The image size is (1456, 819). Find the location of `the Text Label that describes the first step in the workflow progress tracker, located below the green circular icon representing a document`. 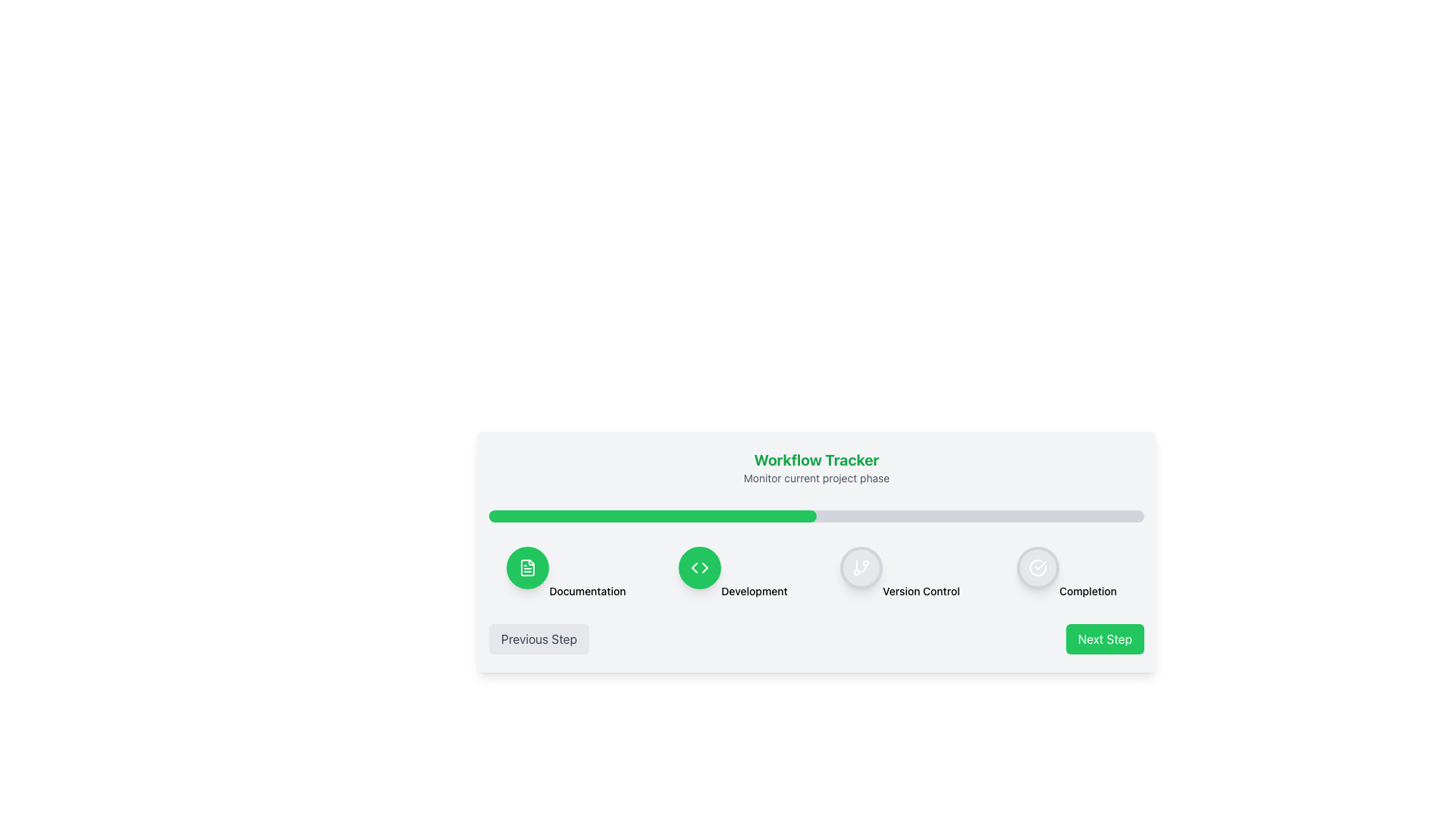

the Text Label that describes the first step in the workflow progress tracker, located below the green circular icon representing a document is located at coordinates (586, 590).